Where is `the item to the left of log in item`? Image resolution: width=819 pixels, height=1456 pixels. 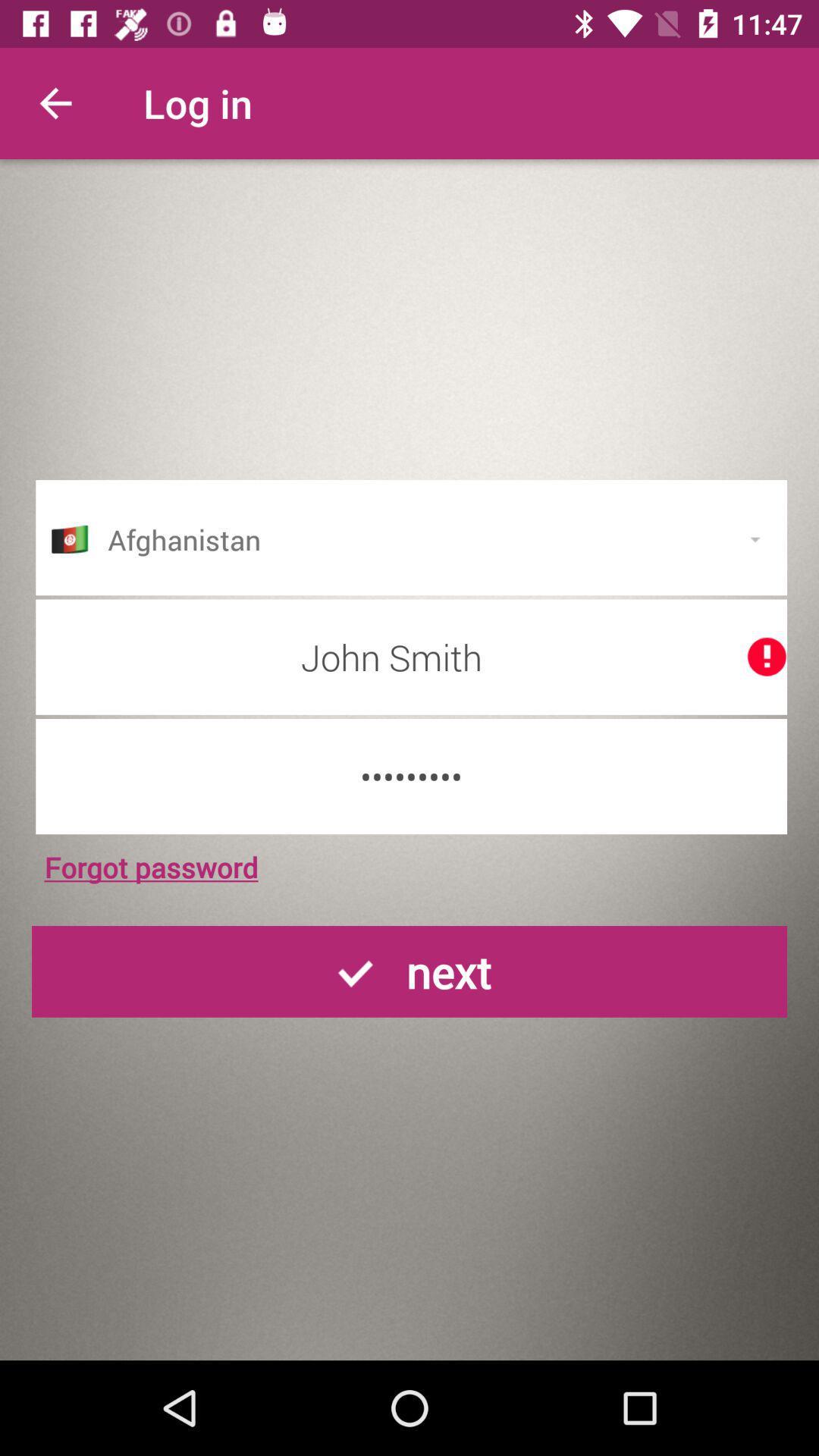
the item to the left of log in item is located at coordinates (55, 102).